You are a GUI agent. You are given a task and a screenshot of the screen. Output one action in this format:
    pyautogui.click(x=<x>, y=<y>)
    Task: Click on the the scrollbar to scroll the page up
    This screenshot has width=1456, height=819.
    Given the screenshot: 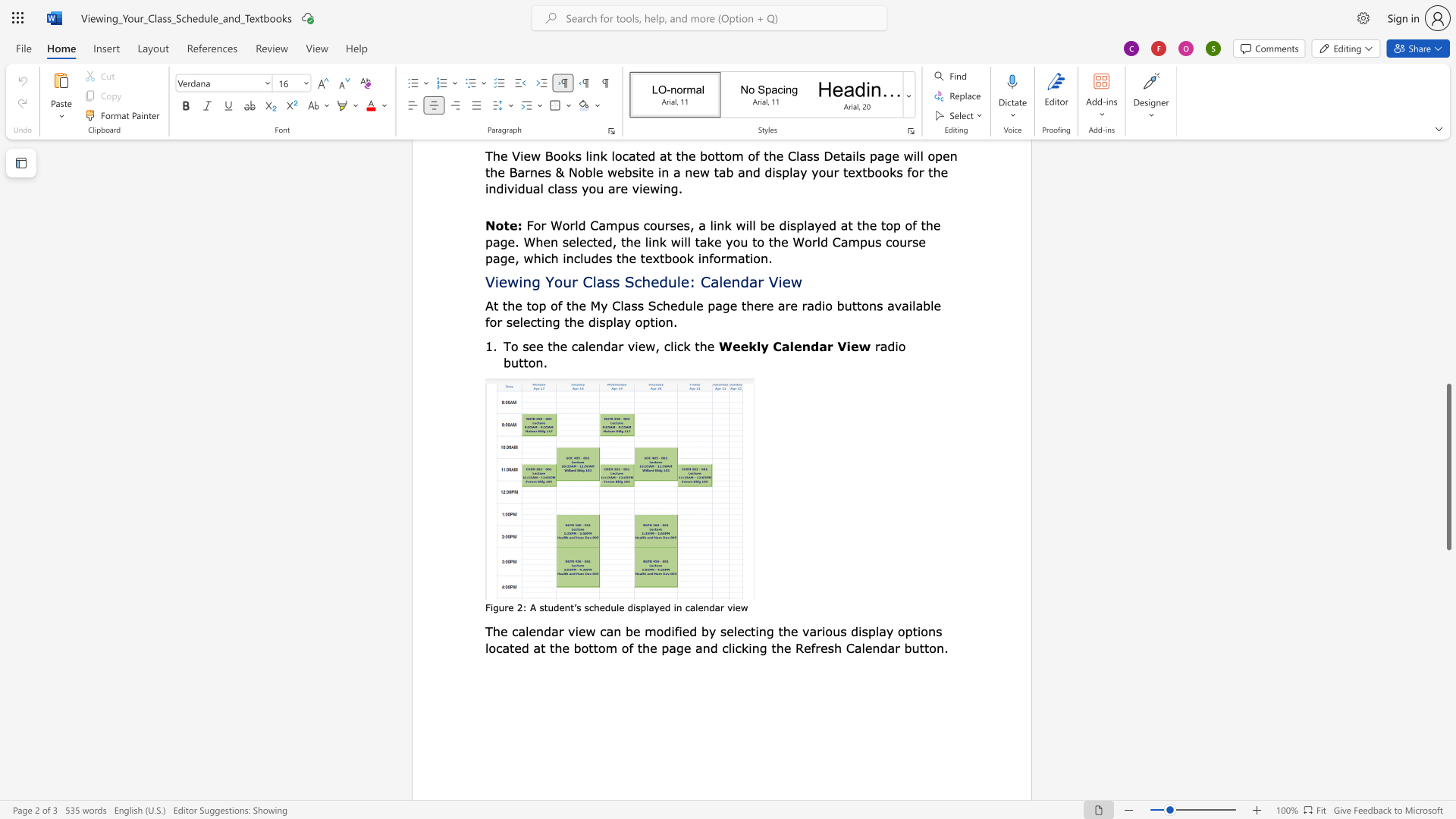 What is the action you would take?
    pyautogui.click(x=1448, y=271)
    